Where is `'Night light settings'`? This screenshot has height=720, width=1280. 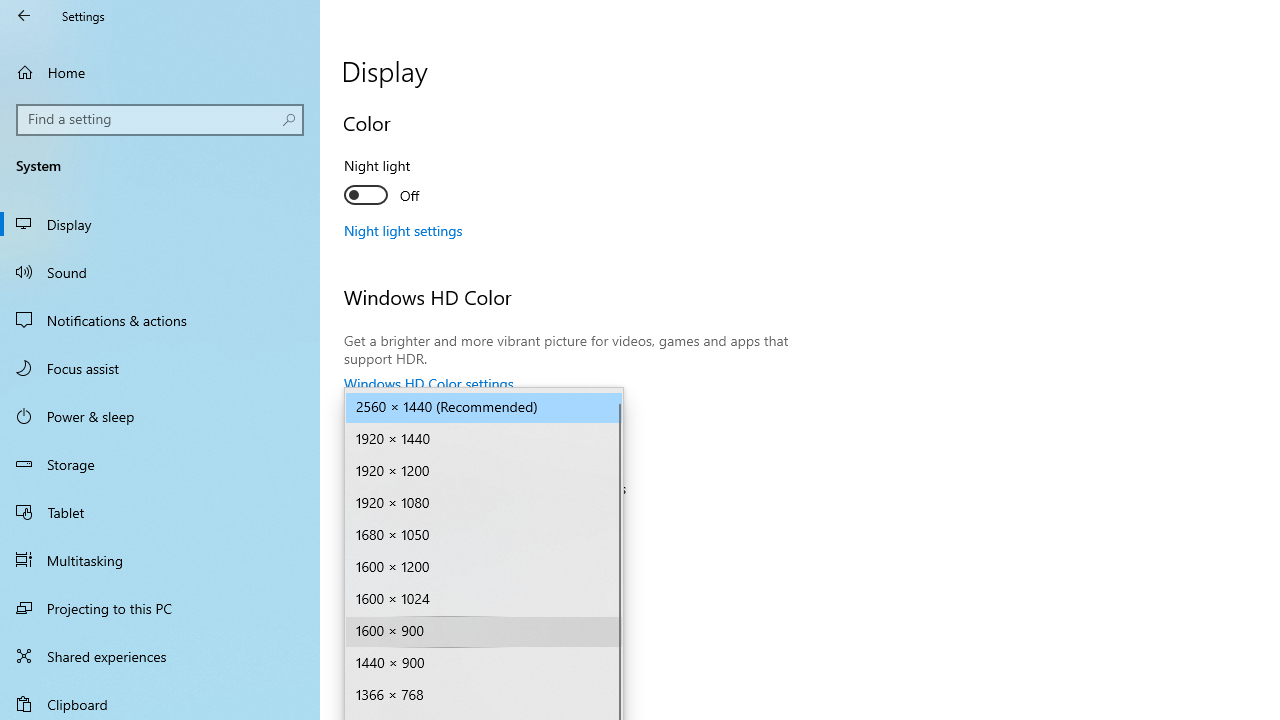
'Night light settings' is located at coordinates (402, 229).